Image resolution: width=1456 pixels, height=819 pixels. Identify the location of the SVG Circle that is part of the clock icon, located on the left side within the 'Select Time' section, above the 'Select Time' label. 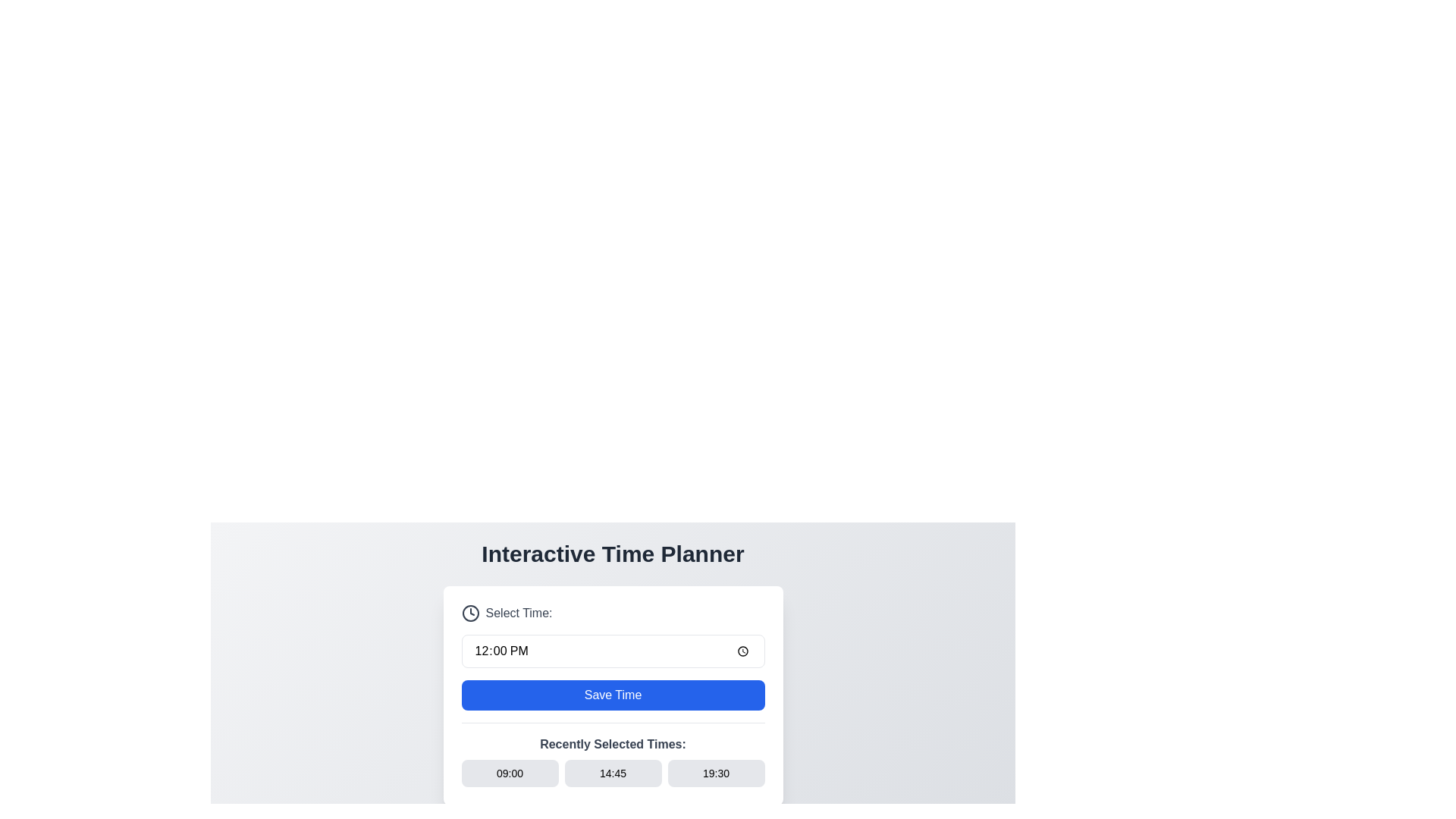
(469, 613).